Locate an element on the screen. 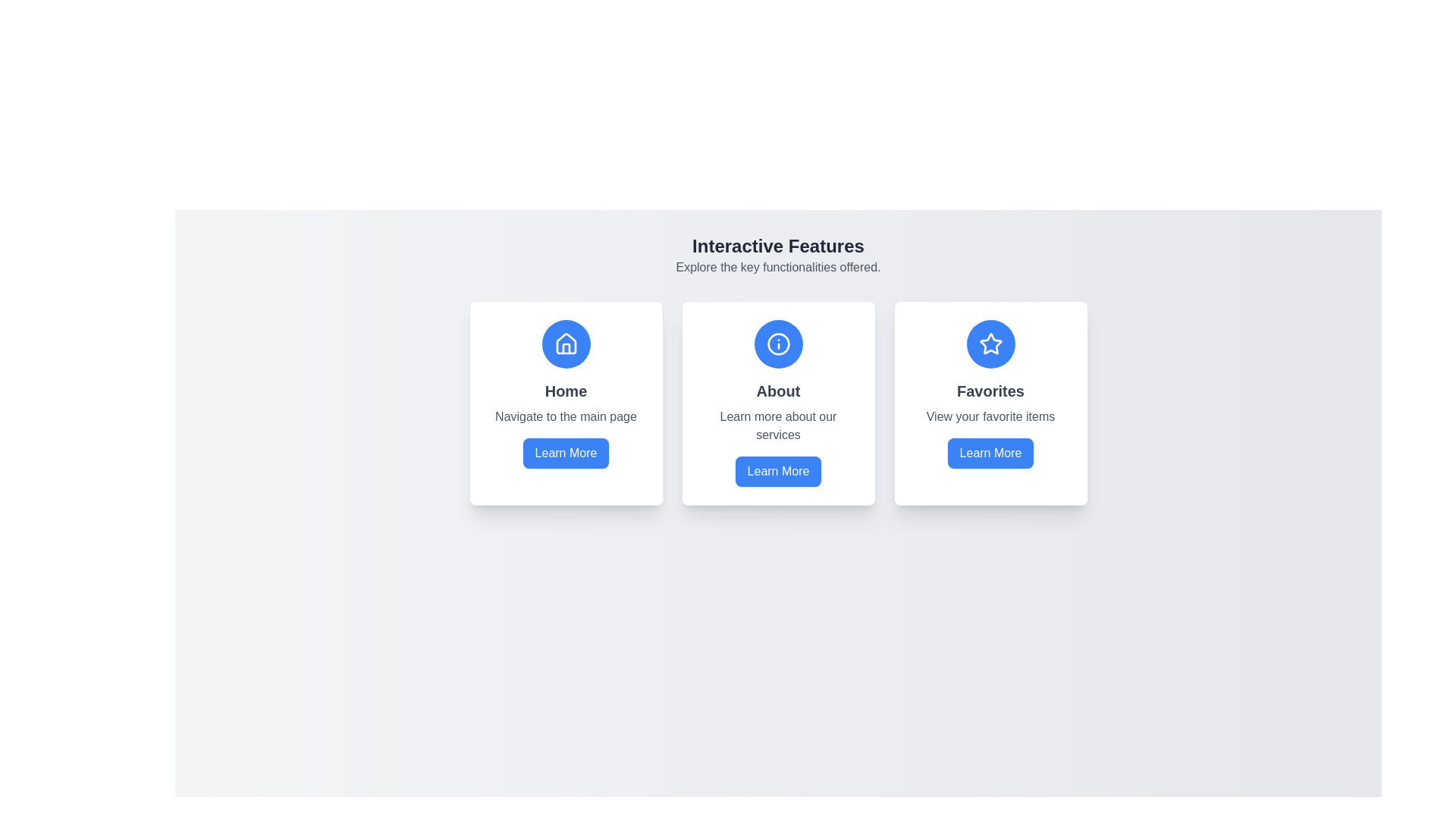  the text block titled 'Interactive Features' which contains the subtitle 'Explore the key functionalities offered.' is located at coordinates (778, 254).